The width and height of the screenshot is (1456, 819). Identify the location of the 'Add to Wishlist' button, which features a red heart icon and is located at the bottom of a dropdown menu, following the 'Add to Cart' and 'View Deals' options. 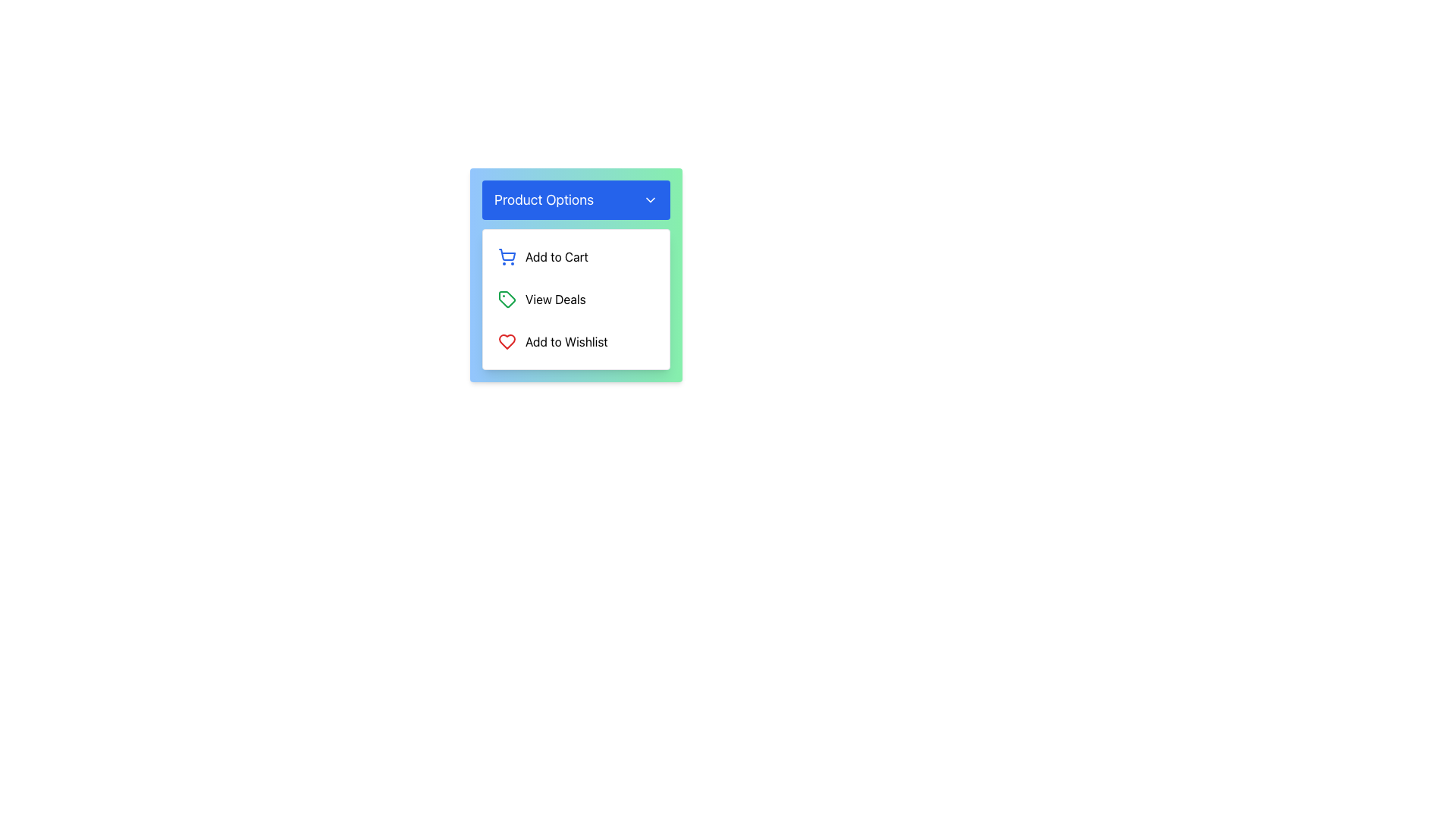
(575, 342).